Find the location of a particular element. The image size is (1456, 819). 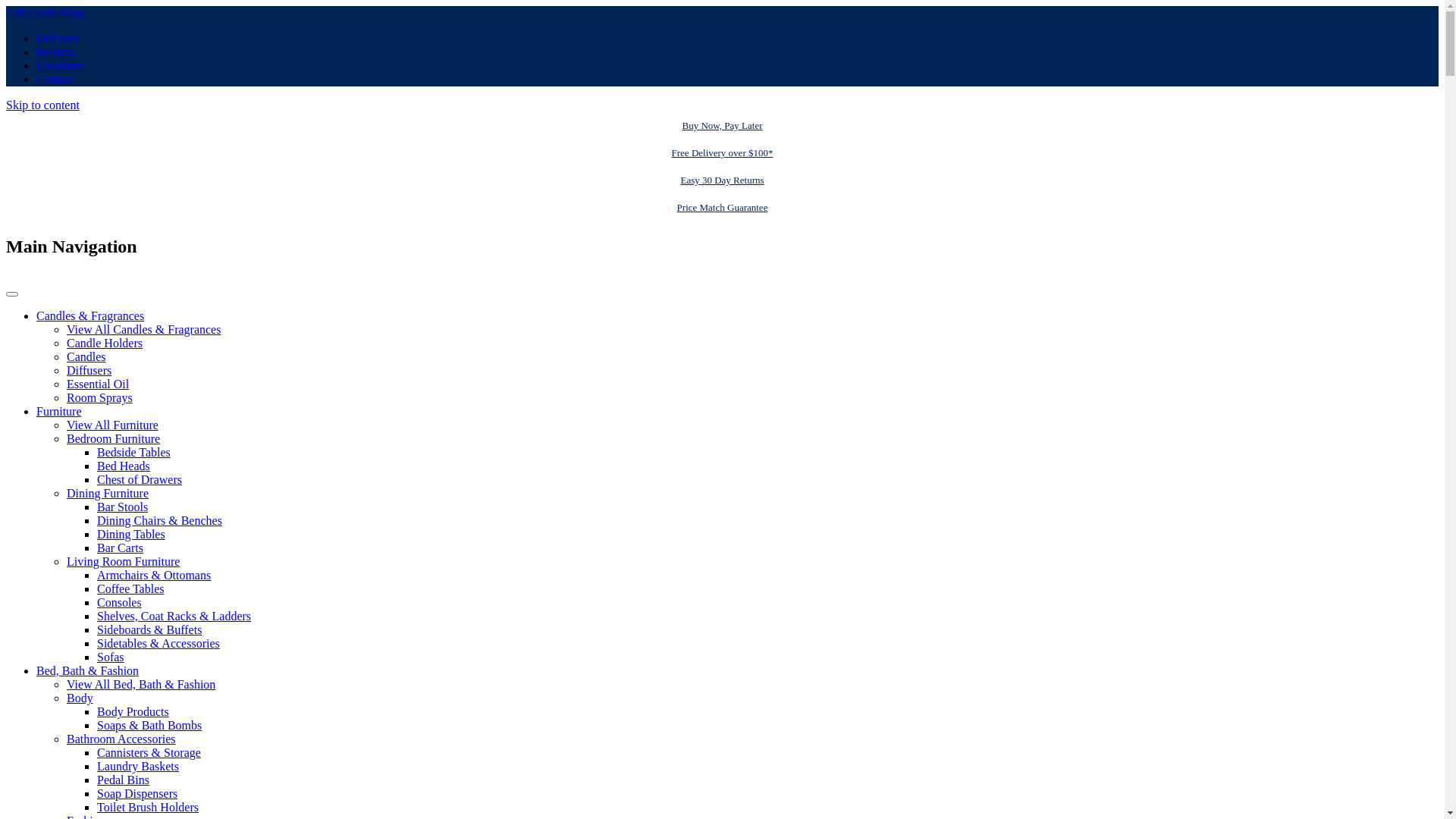

'Skip to content' is located at coordinates (42, 104).